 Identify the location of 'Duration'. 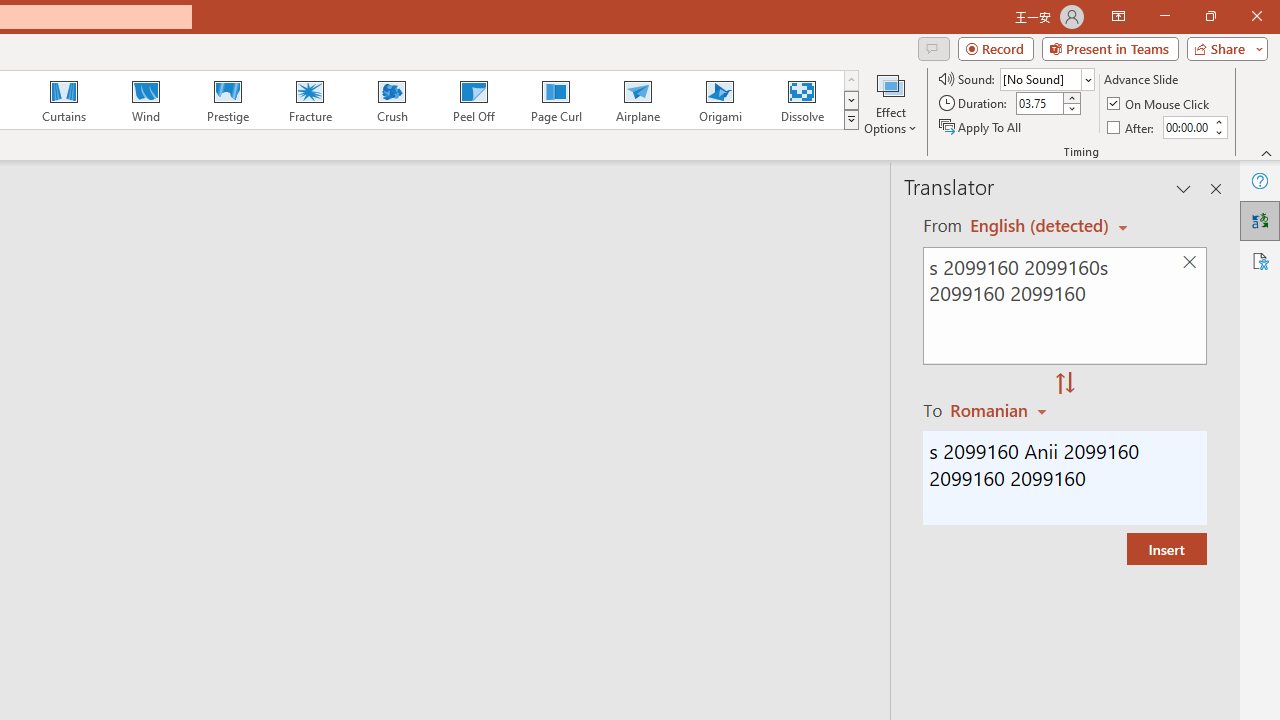
(1040, 103).